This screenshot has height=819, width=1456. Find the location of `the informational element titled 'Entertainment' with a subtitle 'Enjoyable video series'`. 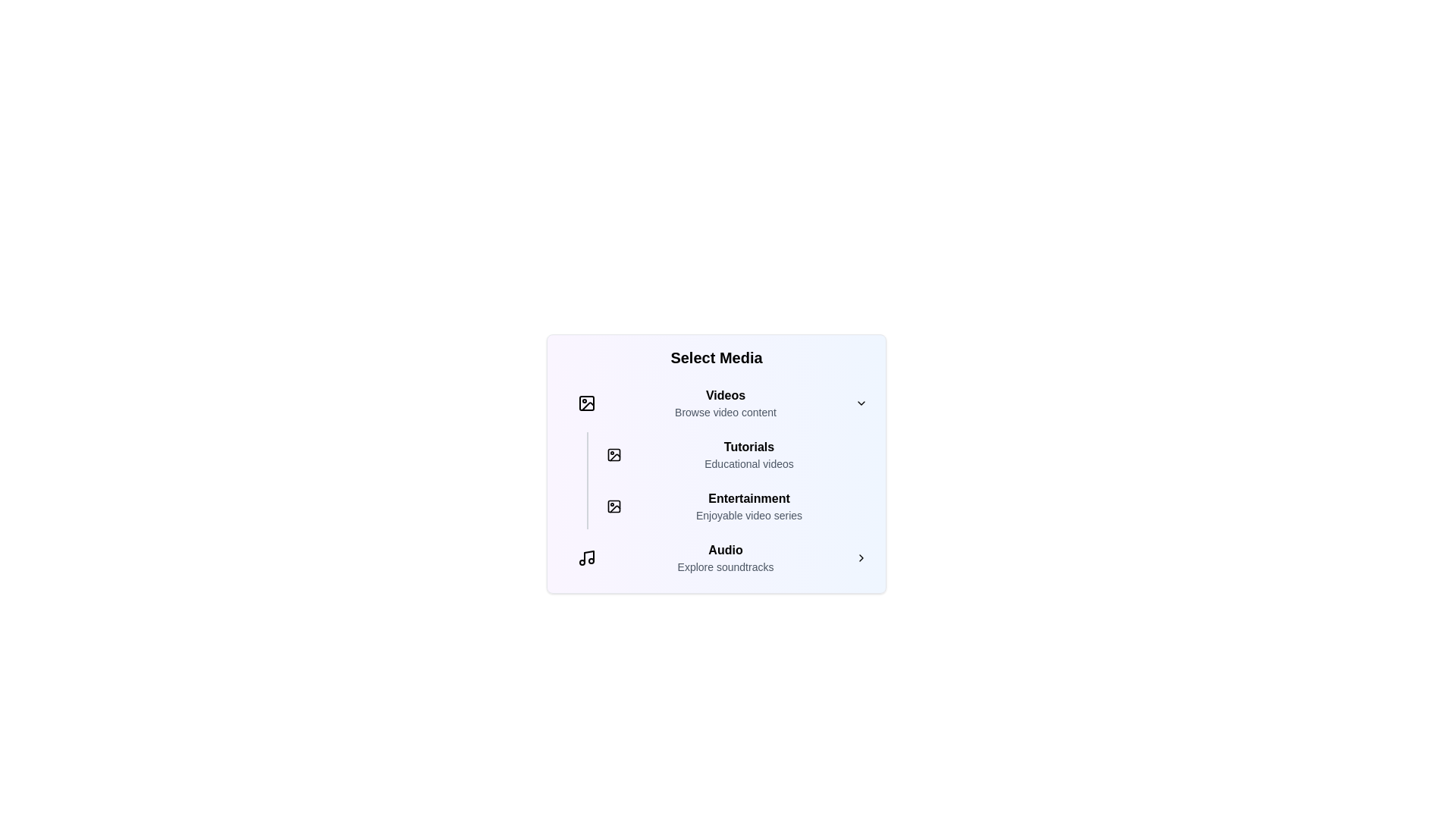

the informational element titled 'Entertainment' with a subtitle 'Enjoyable video series' is located at coordinates (749, 506).